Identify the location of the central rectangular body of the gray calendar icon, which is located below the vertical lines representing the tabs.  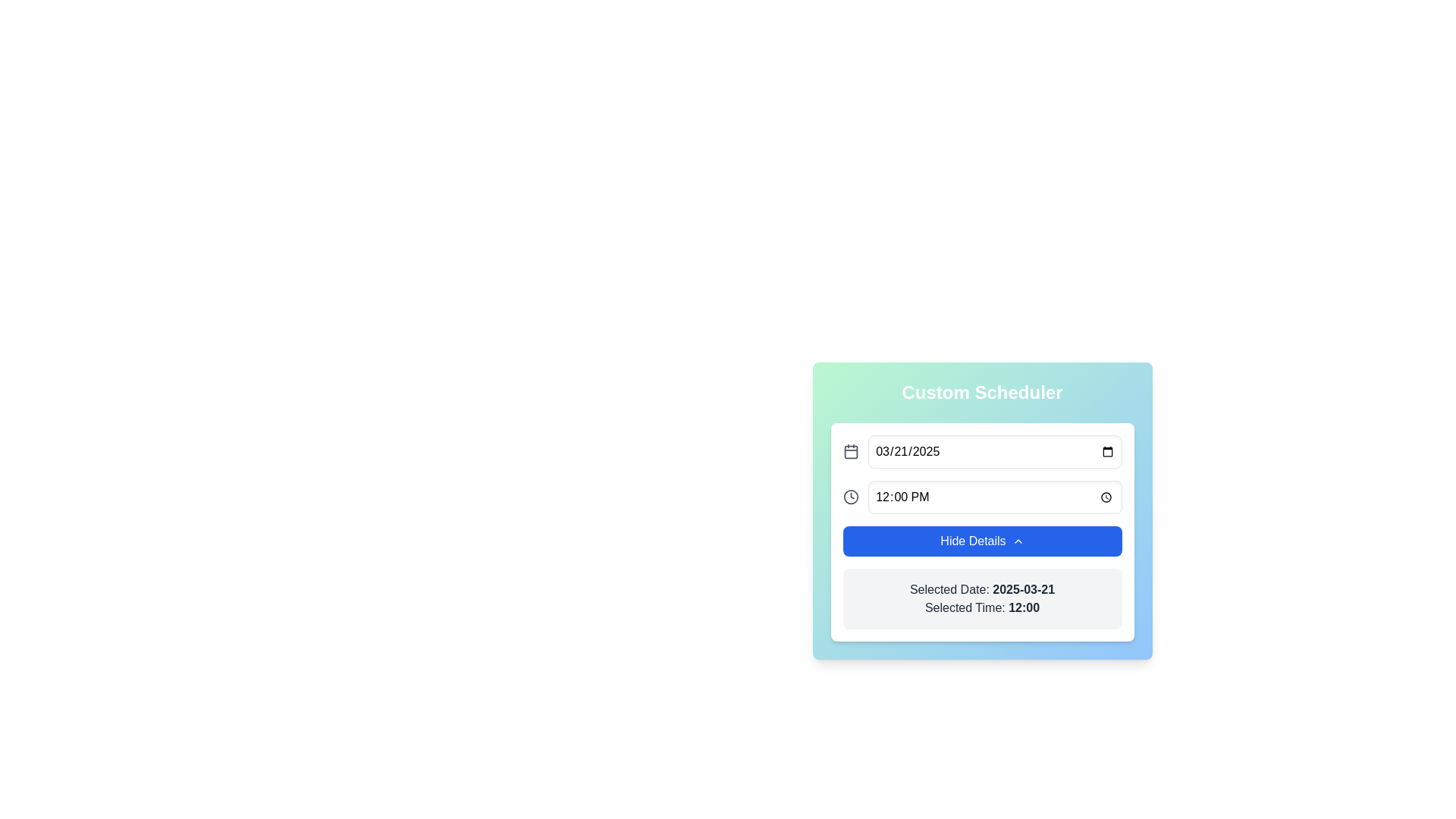
(851, 451).